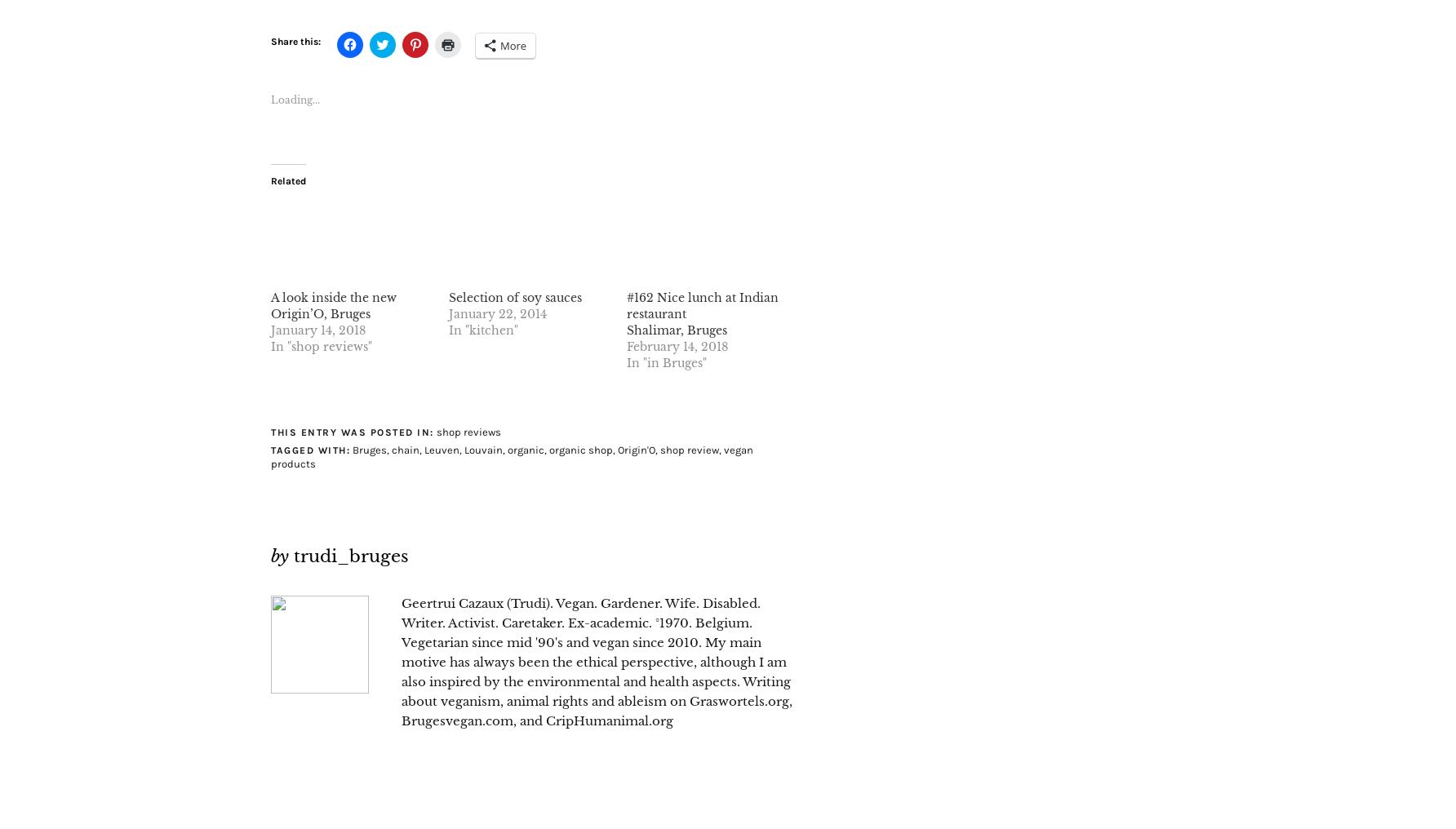  Describe the element at coordinates (659, 449) in the screenshot. I see `'shop review'` at that location.